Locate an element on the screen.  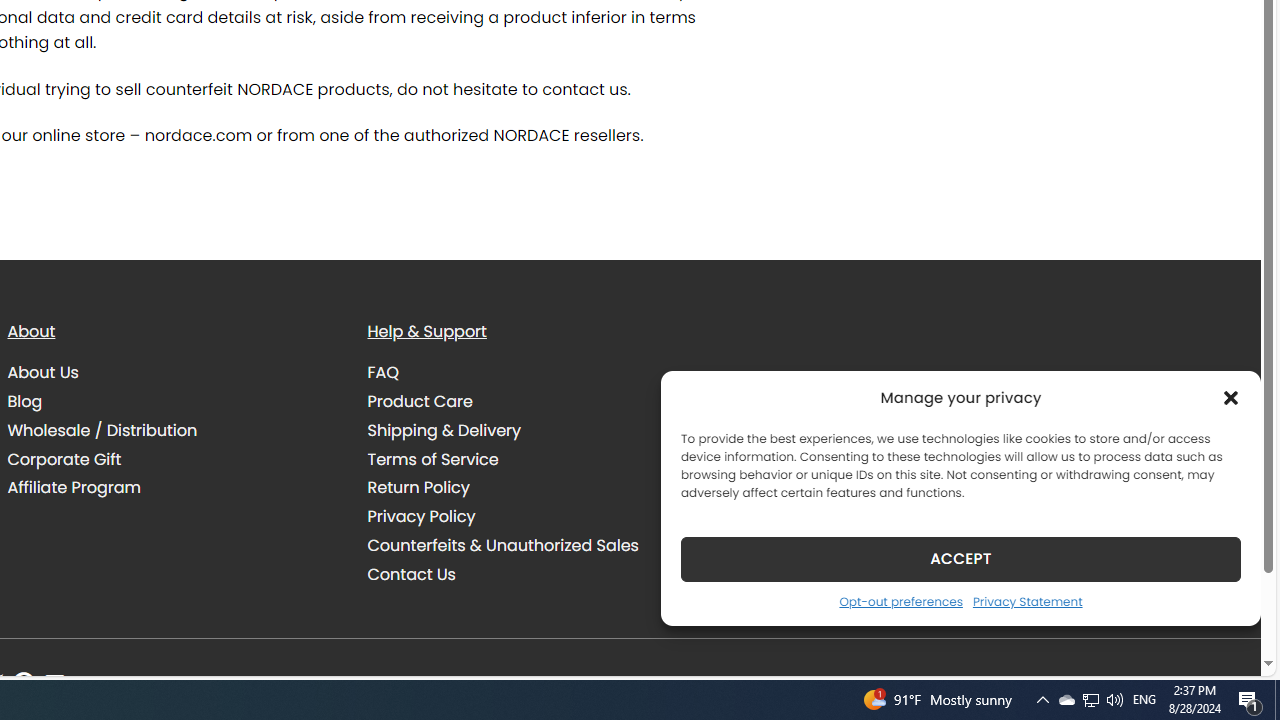
'Corporate Gift' is located at coordinates (64, 458).